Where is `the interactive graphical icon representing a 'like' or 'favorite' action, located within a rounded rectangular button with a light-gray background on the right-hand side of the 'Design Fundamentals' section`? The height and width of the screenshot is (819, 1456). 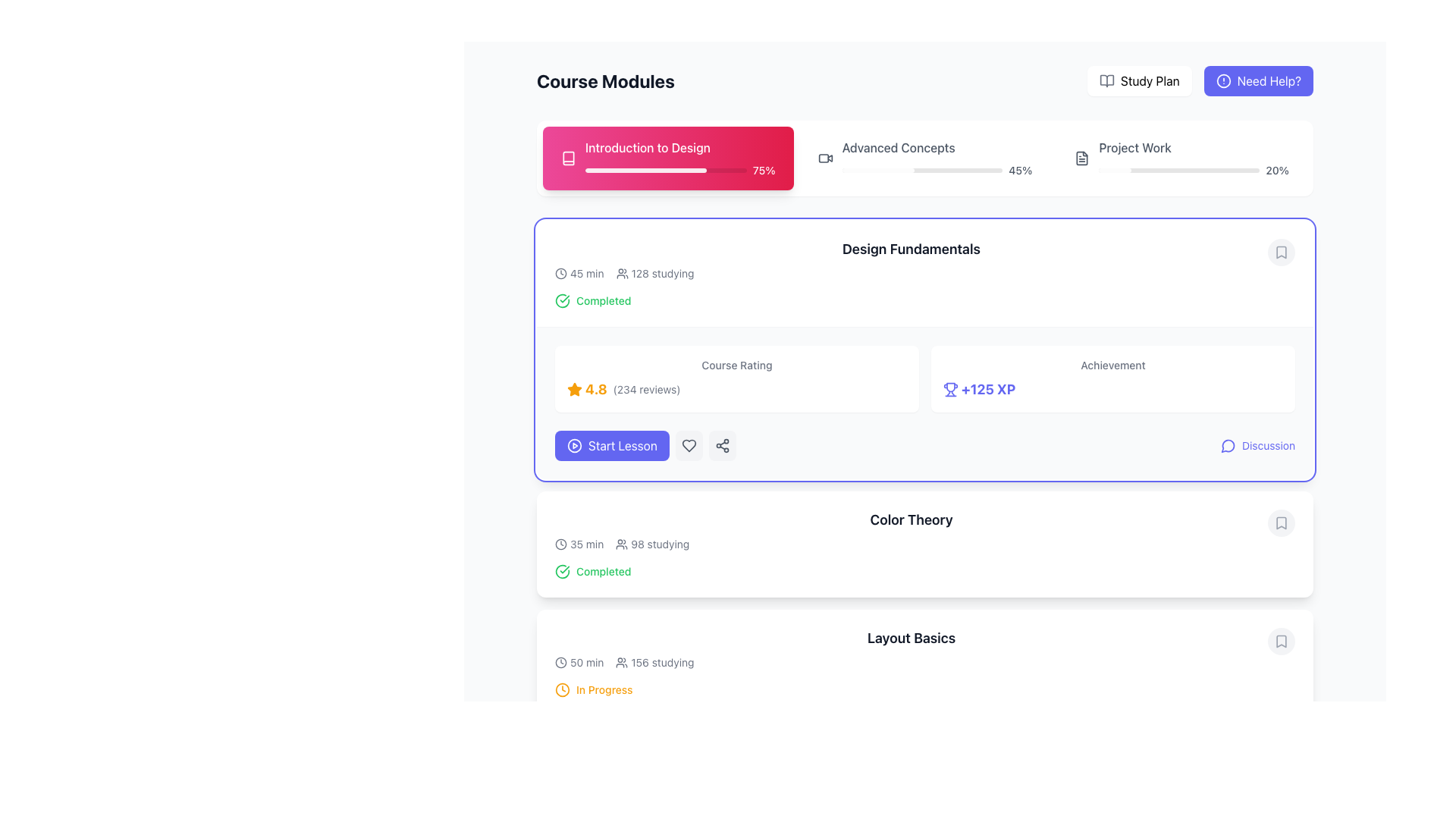
the interactive graphical icon representing a 'like' or 'favorite' action, located within a rounded rectangular button with a light-gray background on the right-hand side of the 'Design Fundamentals' section is located at coordinates (688, 444).